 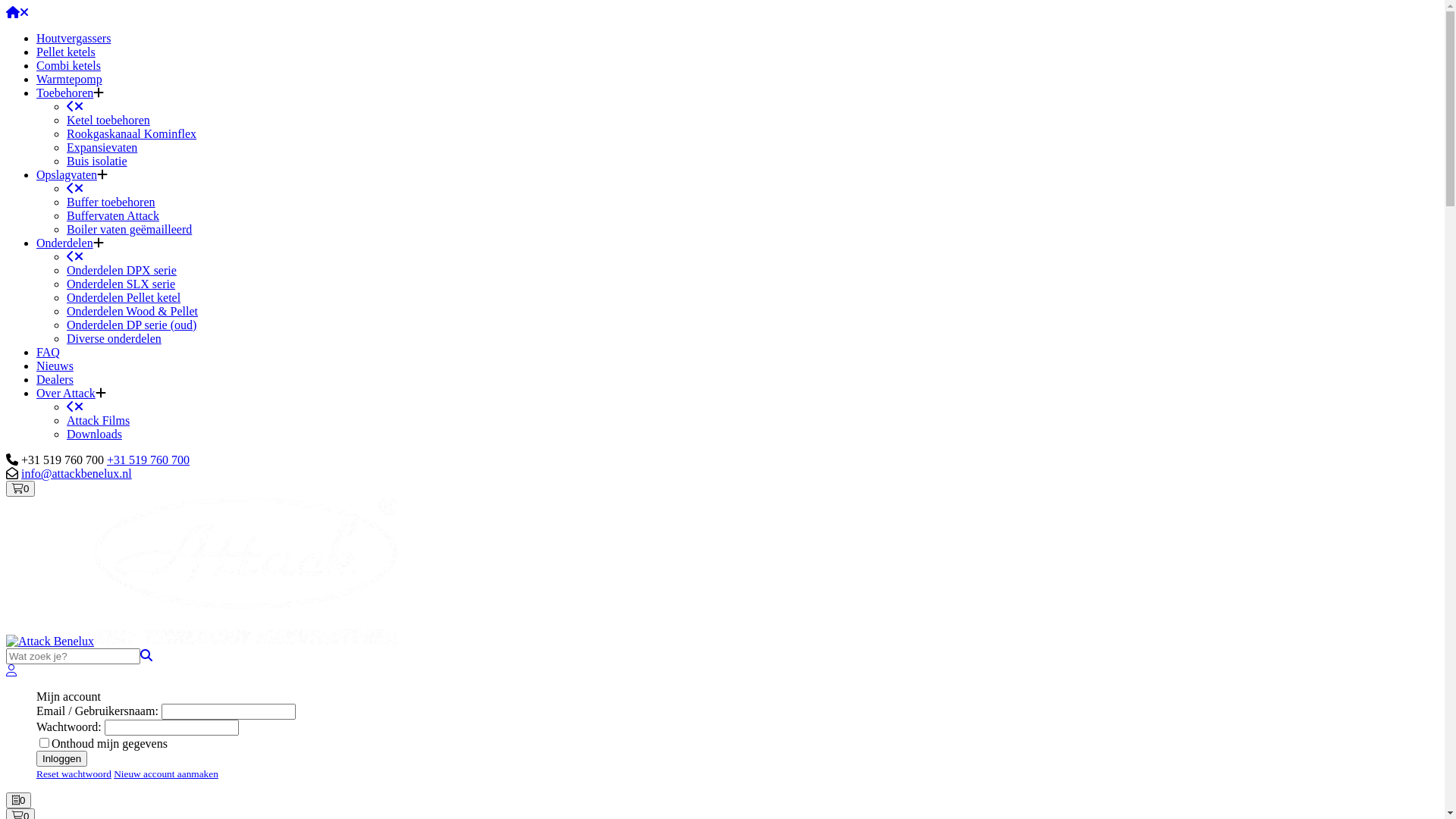 What do you see at coordinates (65, 161) in the screenshot?
I see `'Buis isolatie'` at bounding box center [65, 161].